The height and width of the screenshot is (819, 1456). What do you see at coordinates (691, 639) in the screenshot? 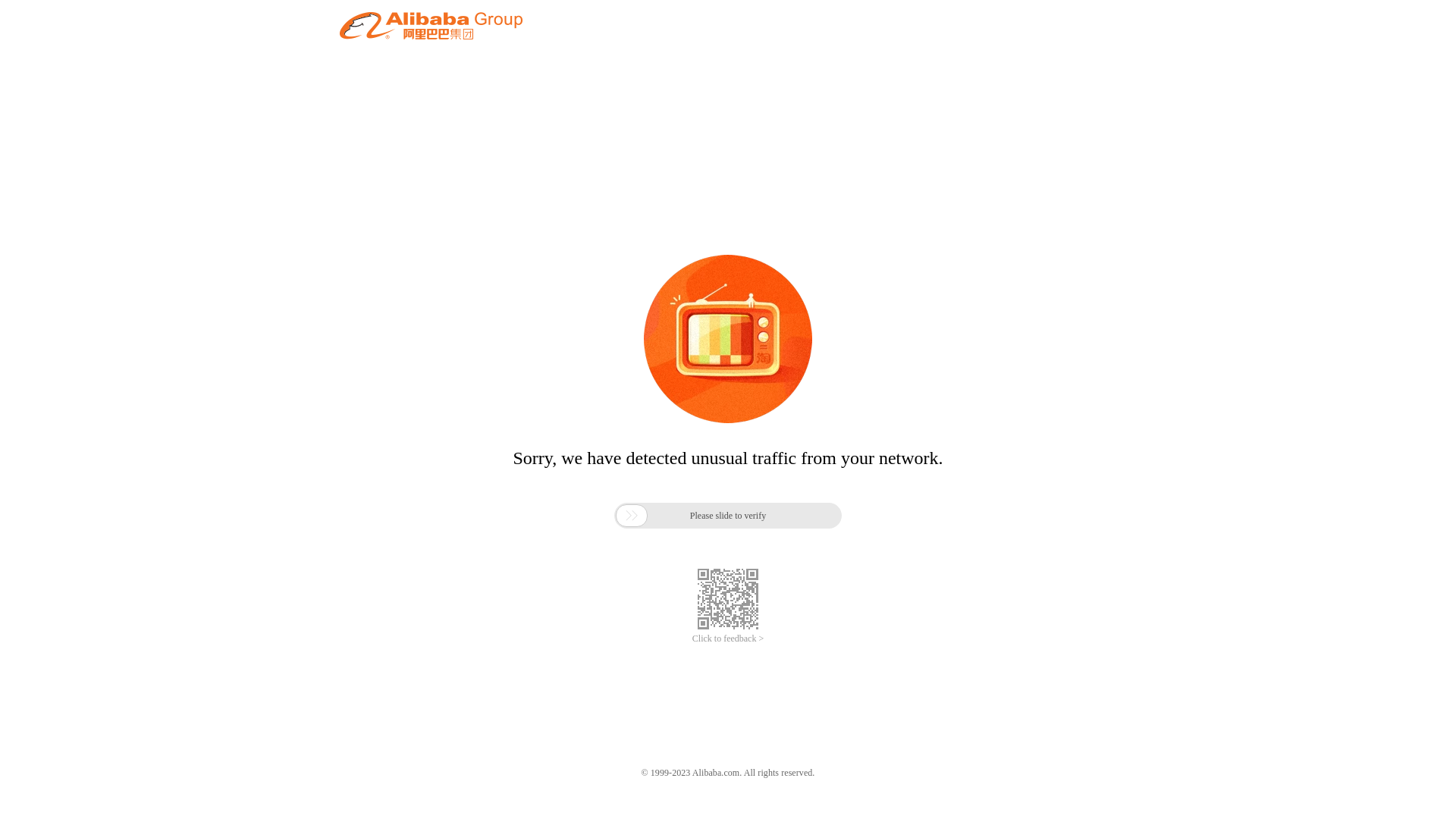
I see `'Click to feedback >'` at bounding box center [691, 639].